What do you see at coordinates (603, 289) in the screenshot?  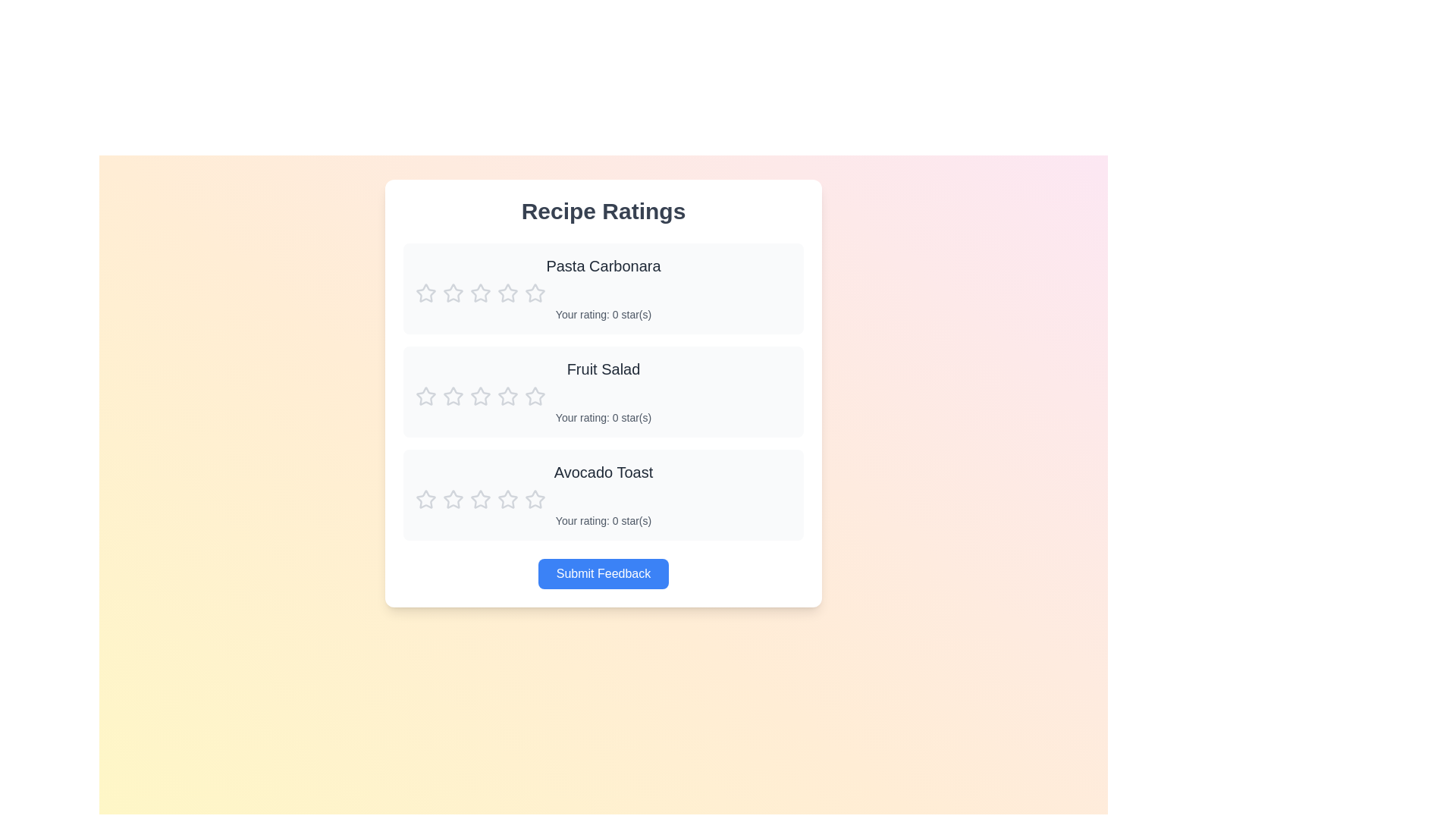 I see `the first star of the rating entry for the recipe 'Pasta Carbonara'` at bounding box center [603, 289].